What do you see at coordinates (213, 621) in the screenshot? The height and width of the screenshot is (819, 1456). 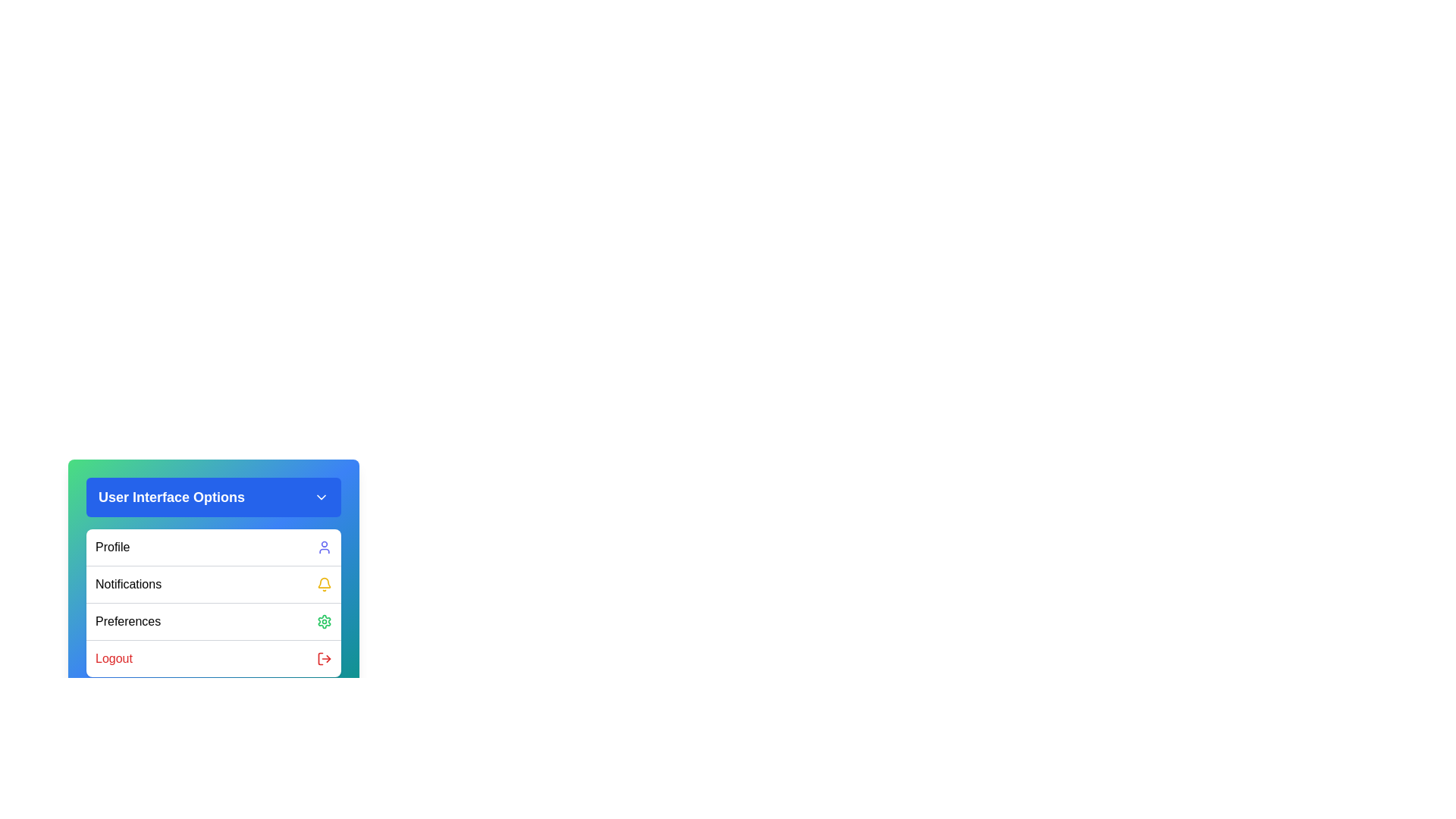 I see `the 'Preferences' option in the menu` at bounding box center [213, 621].